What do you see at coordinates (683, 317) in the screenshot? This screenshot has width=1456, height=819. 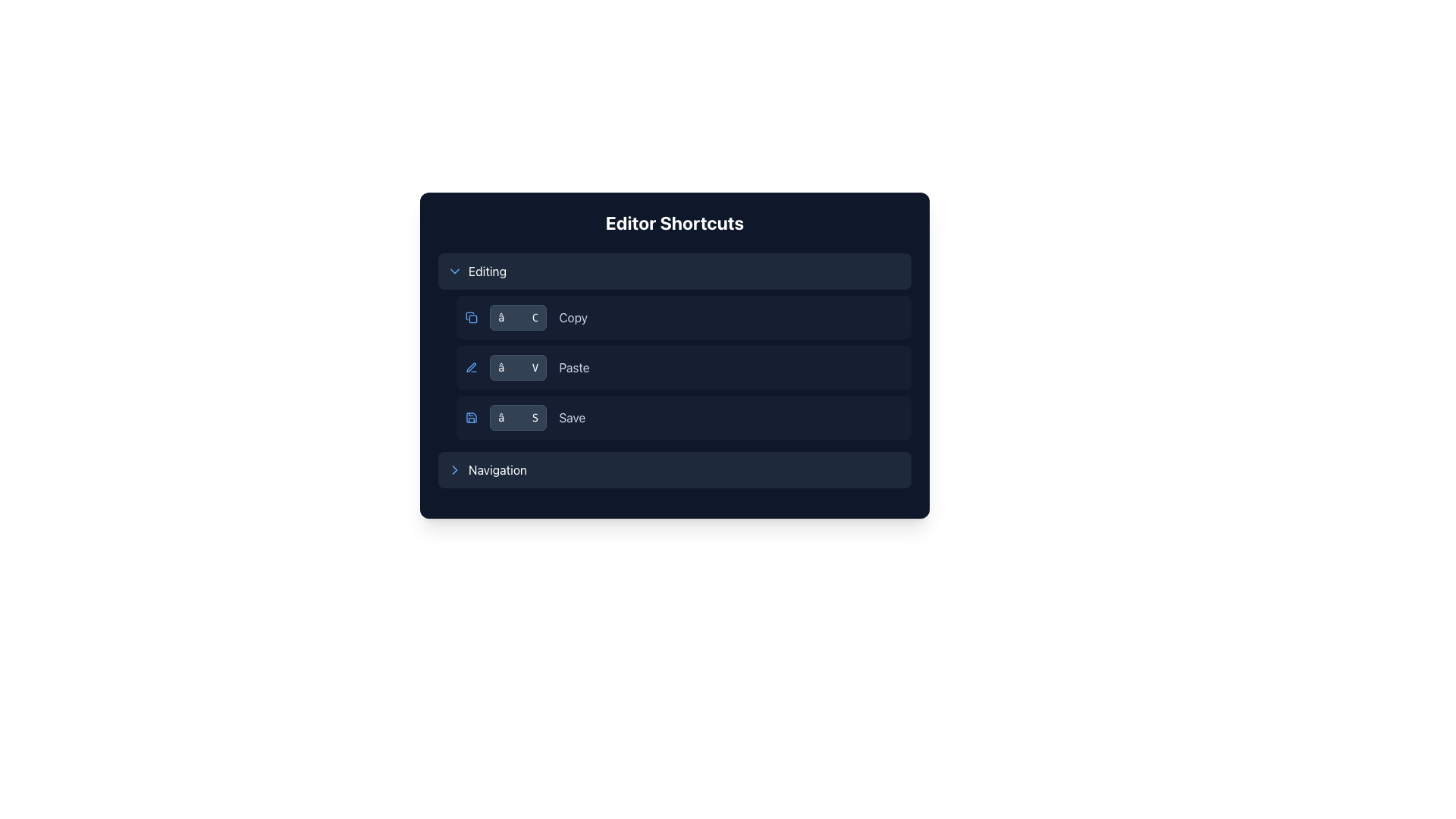 I see `the first row of the 'Editing' section in the 'Editor Shortcuts' that displays the shortcut key combination '⌘ C' for the 'Copy' action` at bounding box center [683, 317].